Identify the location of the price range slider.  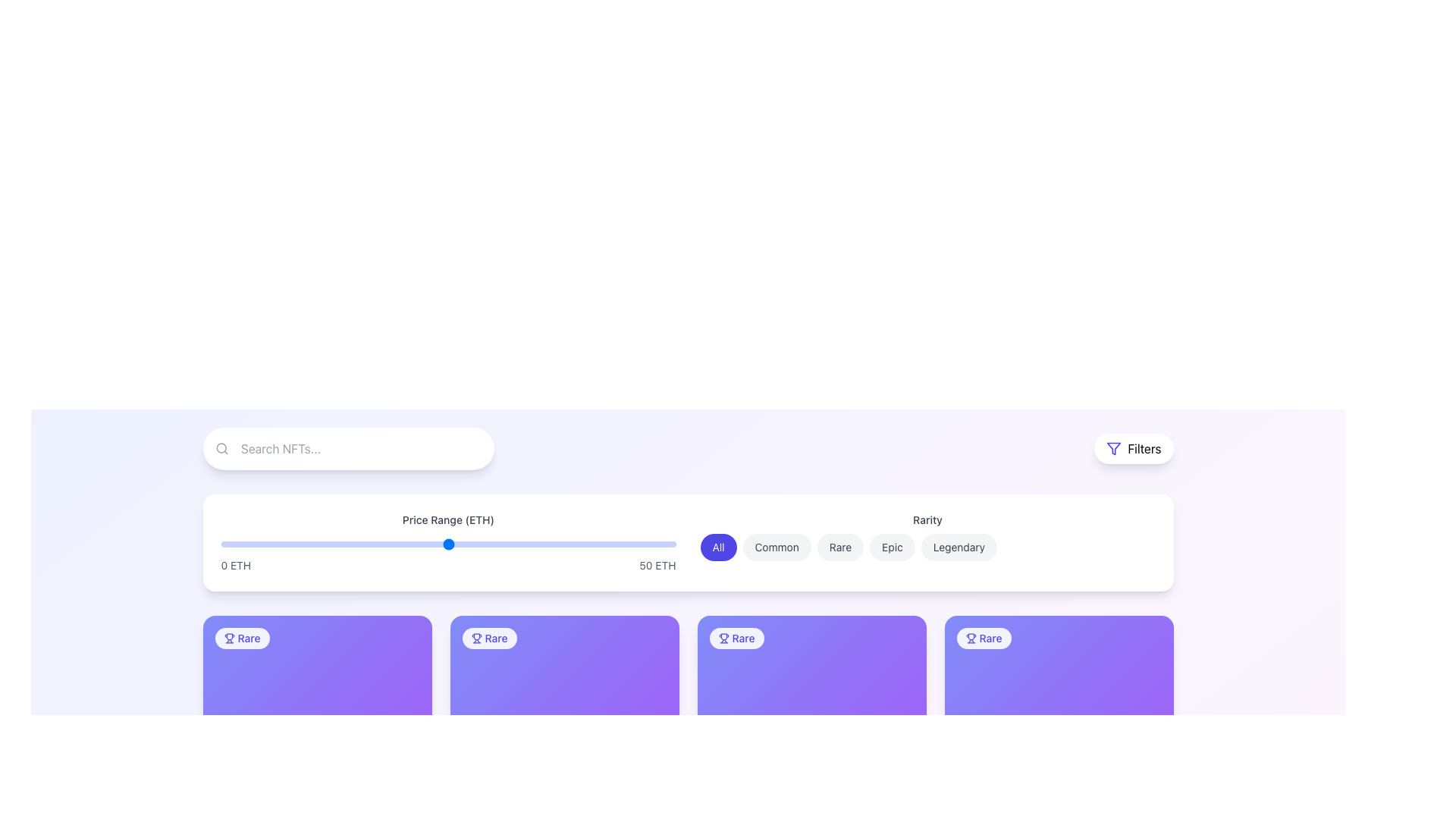
(607, 543).